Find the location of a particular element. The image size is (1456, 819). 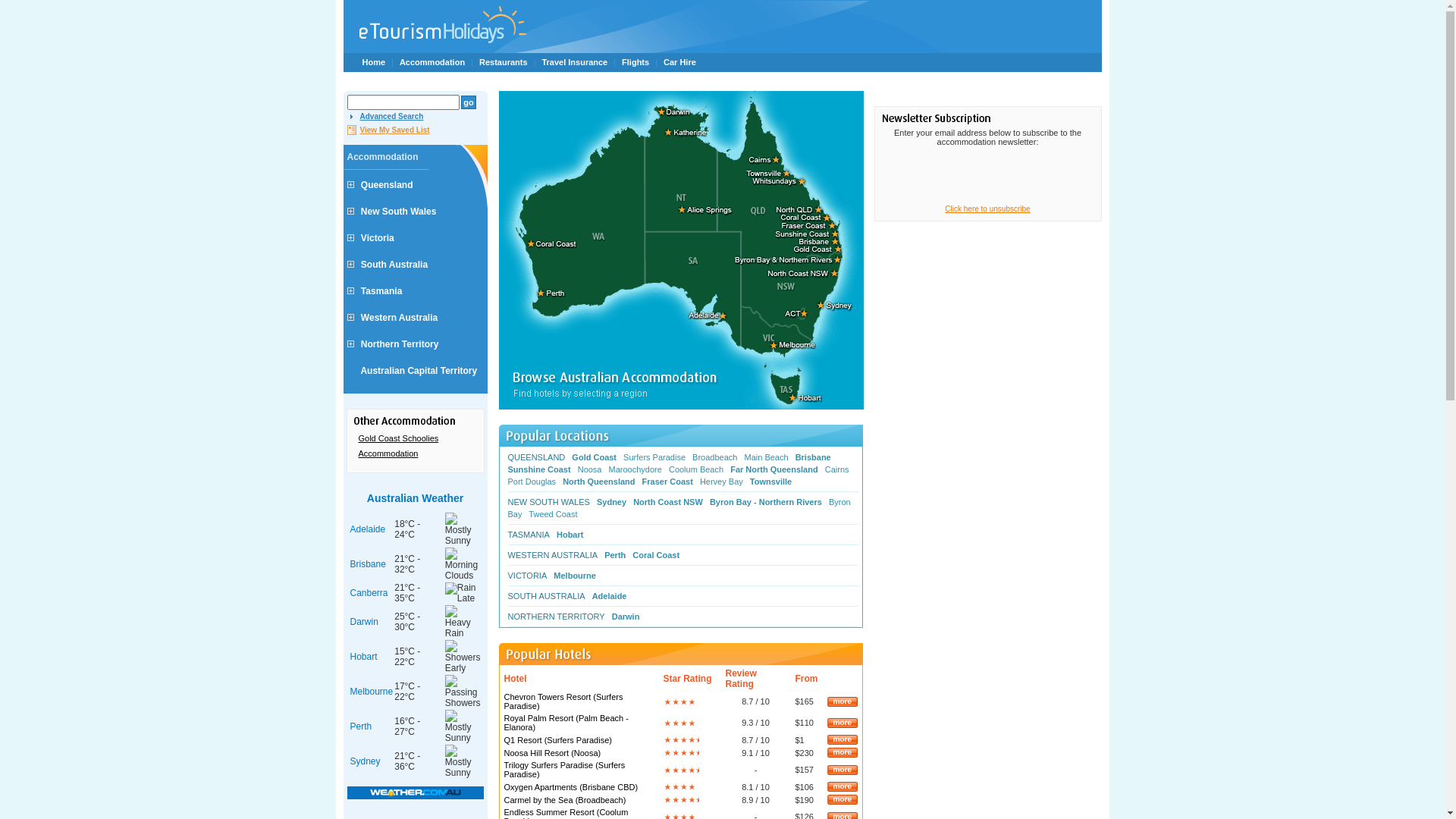

'Queensland' is located at coordinates (359, 184).